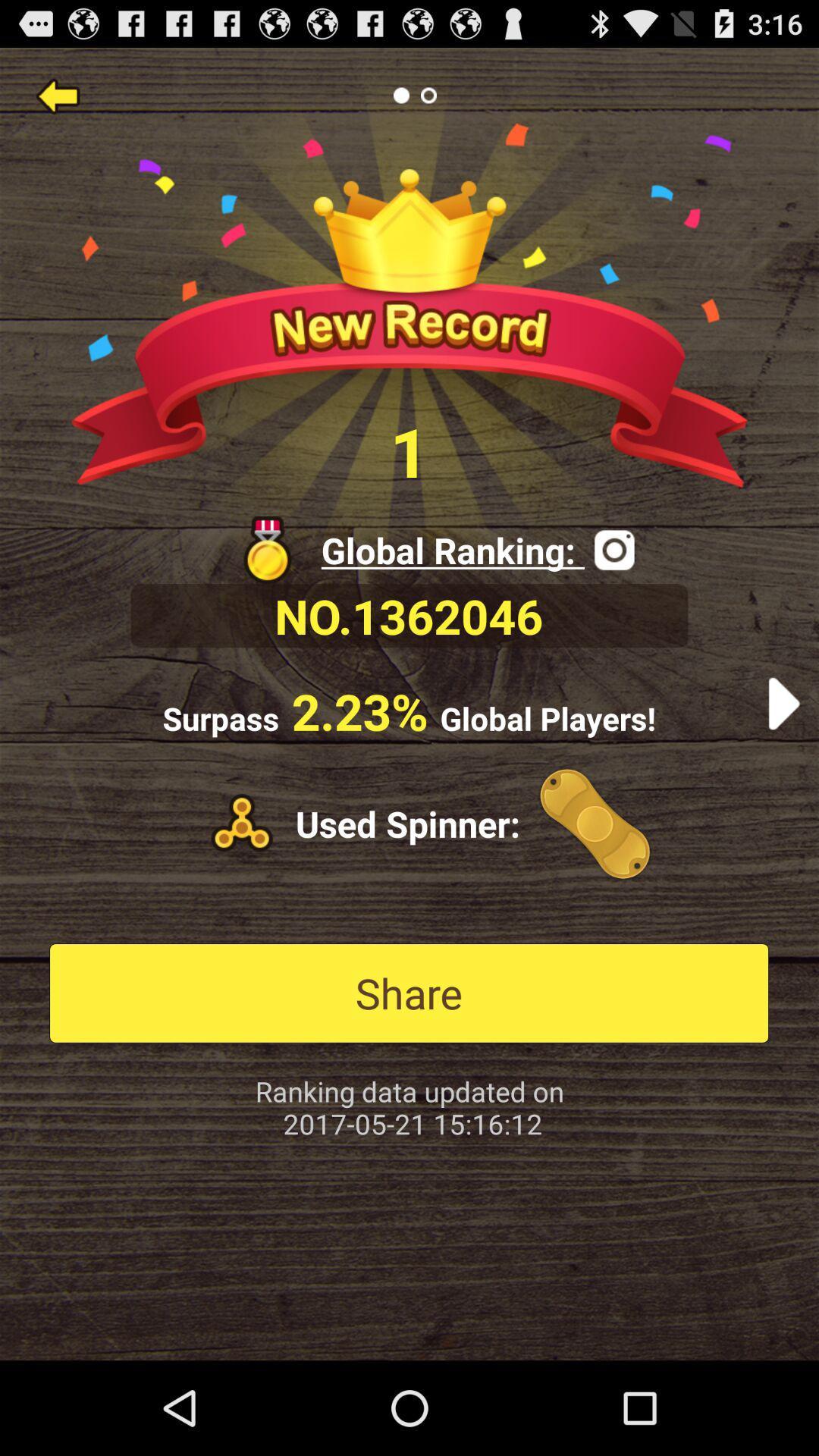 This screenshot has height=1456, width=819. I want to click on the play icon, so click(783, 753).